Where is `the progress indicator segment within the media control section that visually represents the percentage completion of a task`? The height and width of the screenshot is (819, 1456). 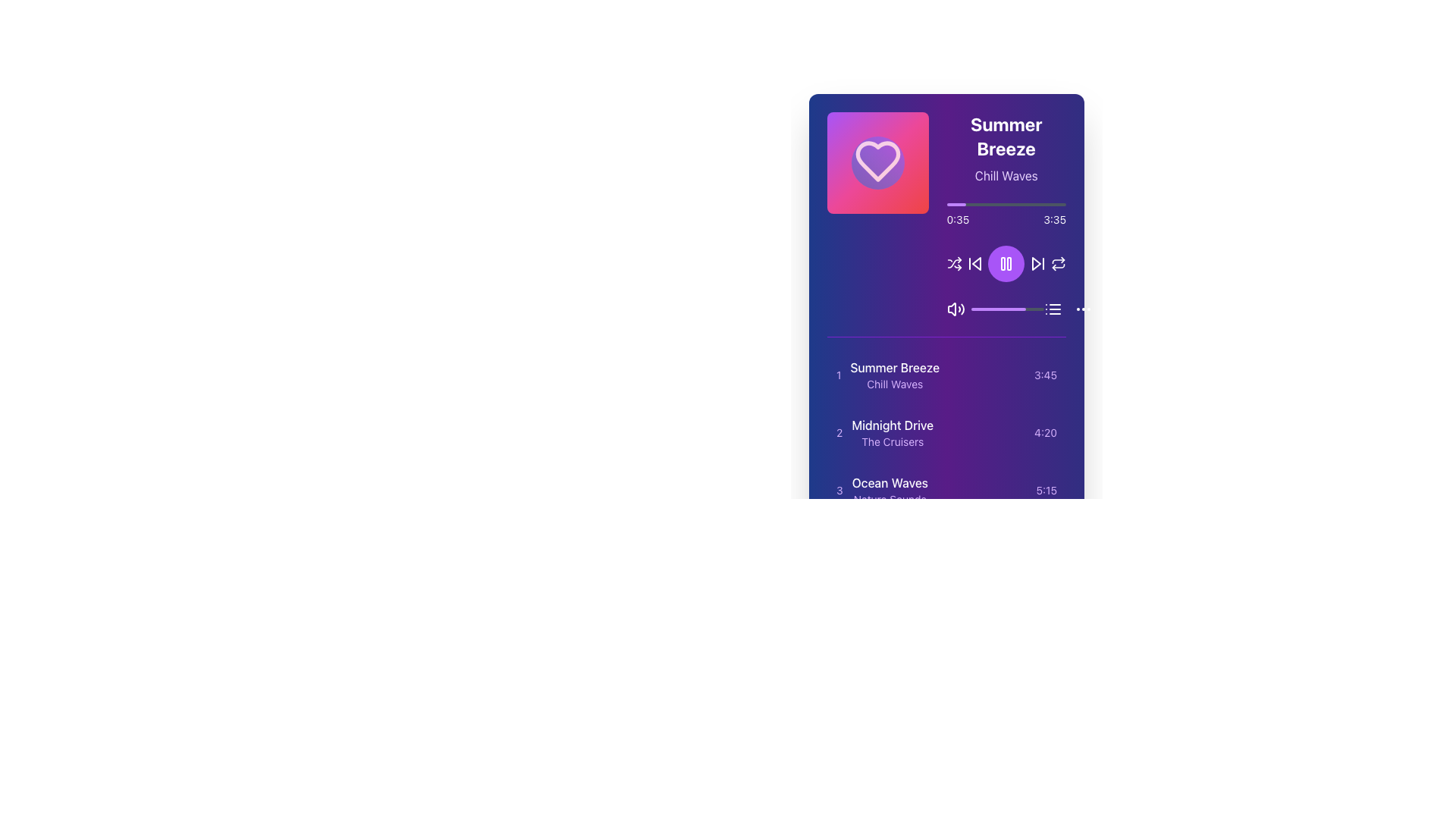 the progress indicator segment within the media control section that visually represents the percentage completion of a task is located at coordinates (998, 309).